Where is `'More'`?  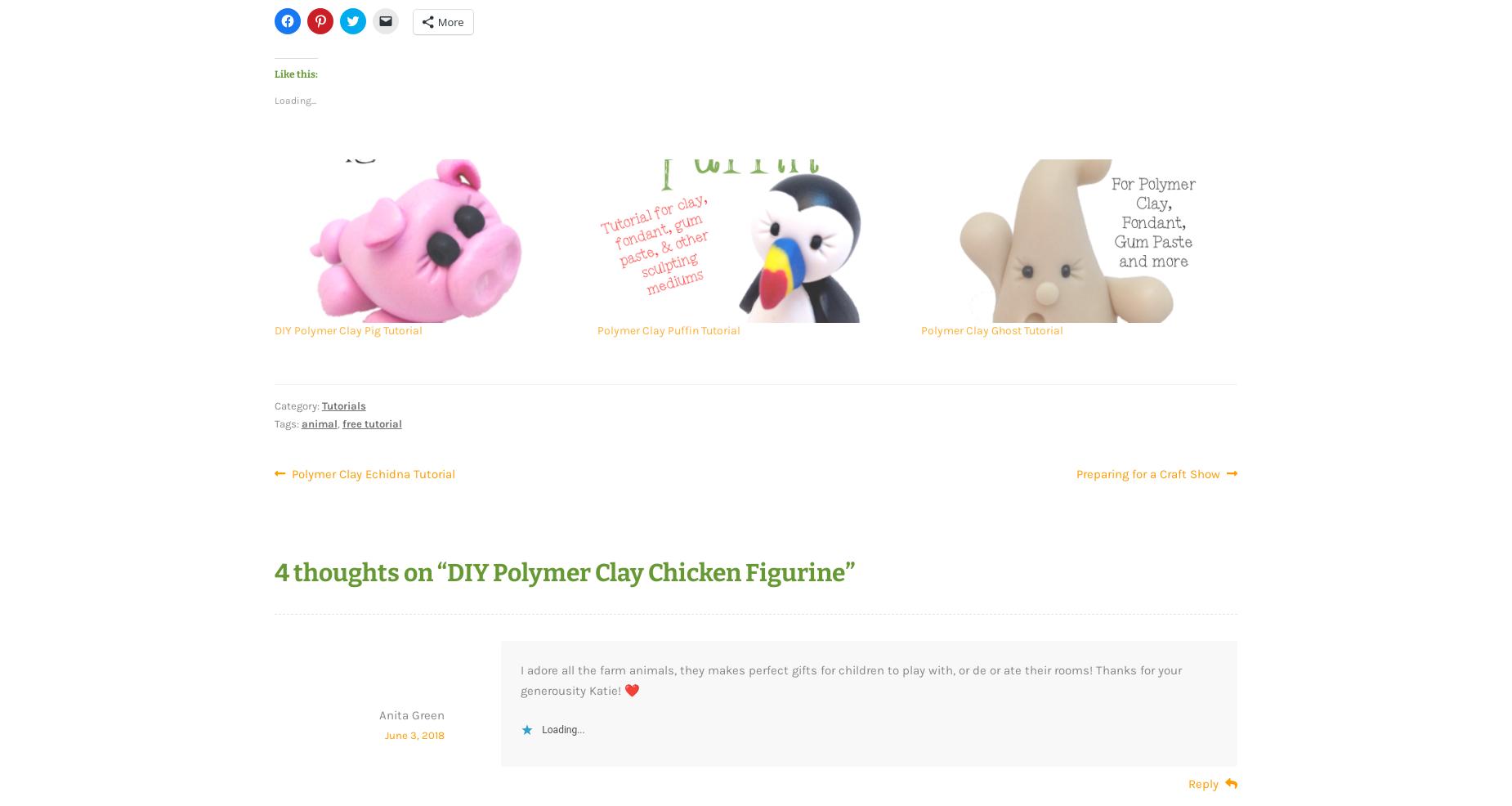
'More' is located at coordinates (450, 20).